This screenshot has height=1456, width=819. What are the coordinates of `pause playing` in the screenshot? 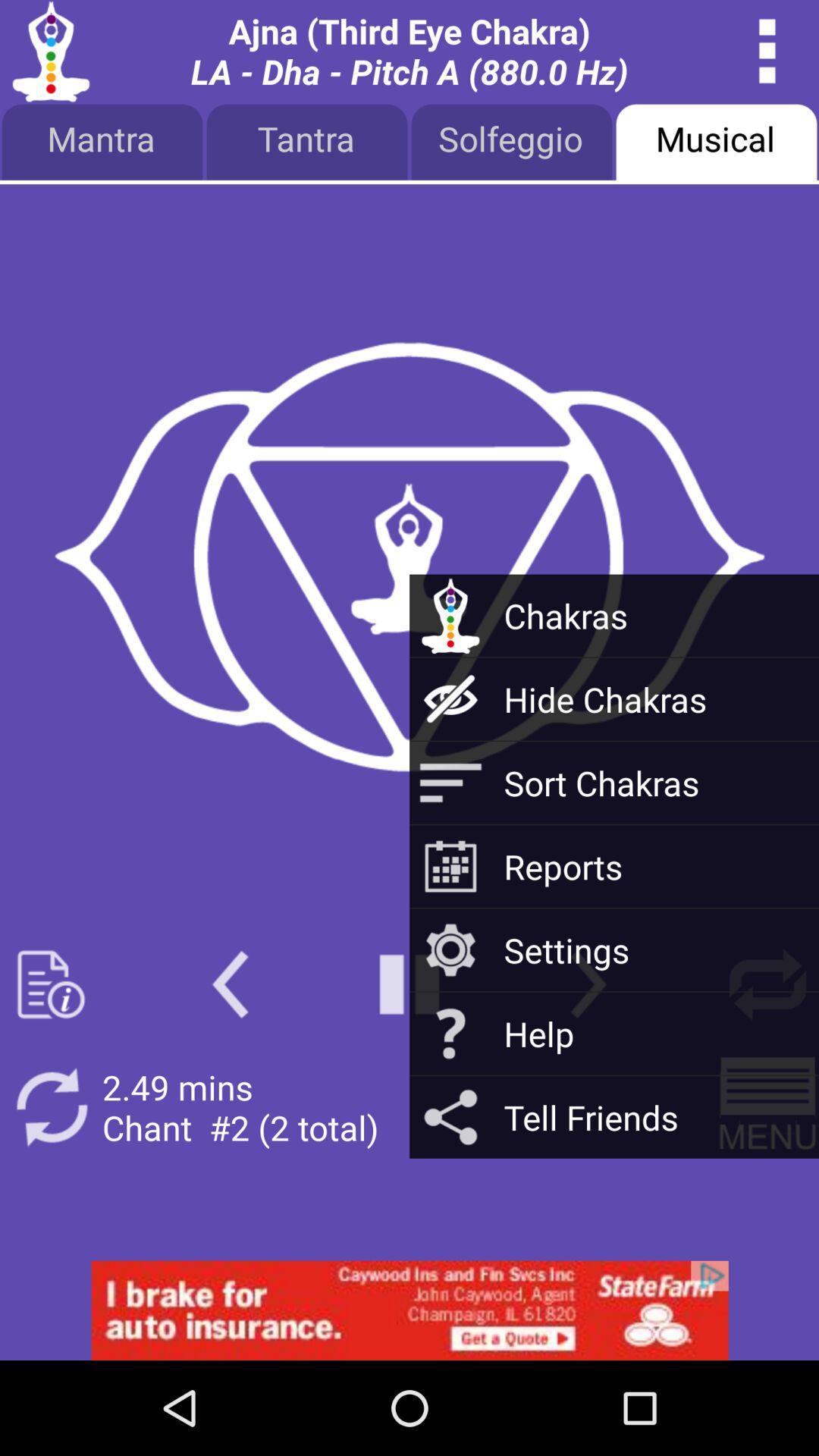 It's located at (409, 984).